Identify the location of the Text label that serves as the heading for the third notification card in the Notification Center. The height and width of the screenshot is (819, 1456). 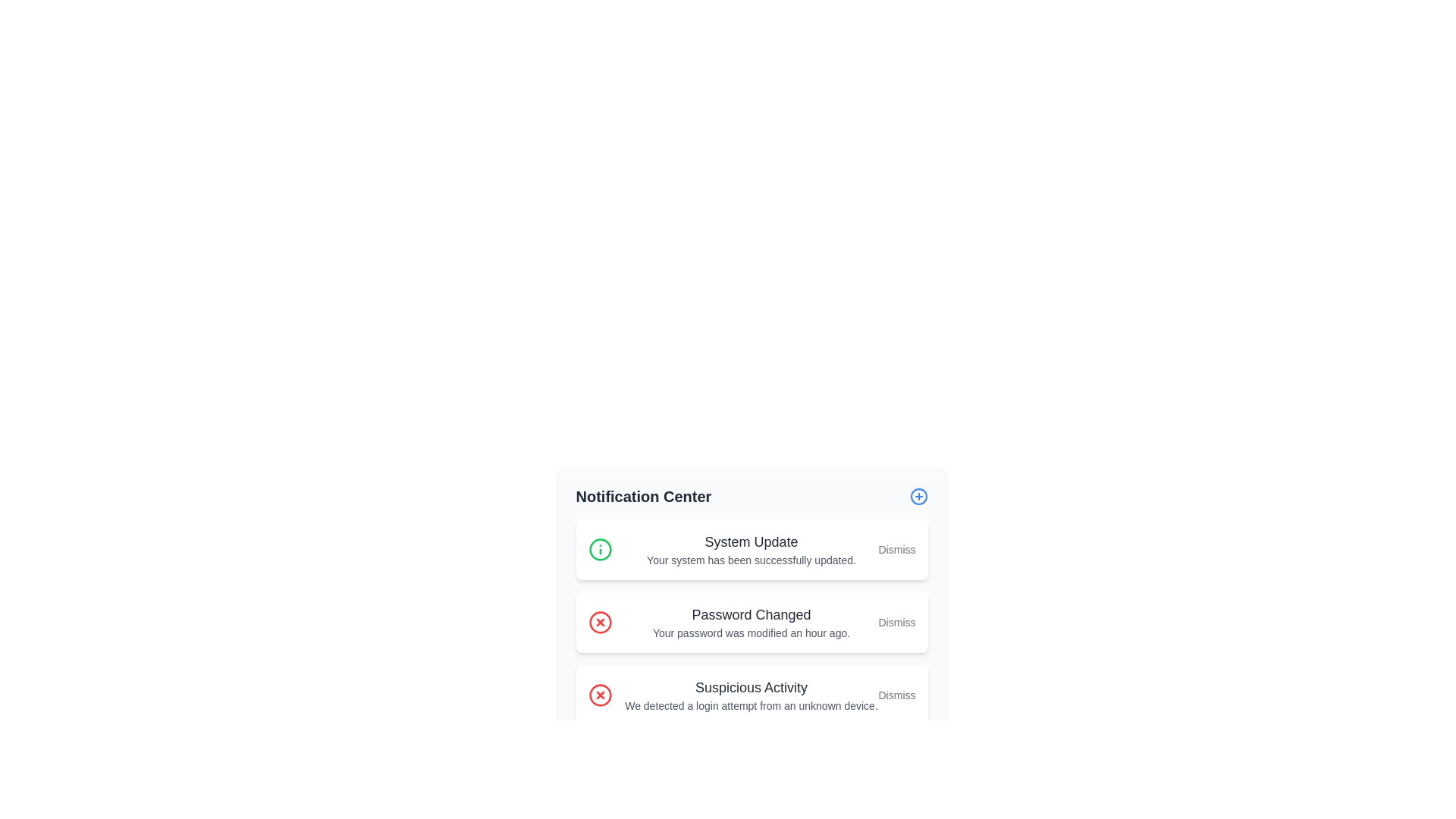
(751, 687).